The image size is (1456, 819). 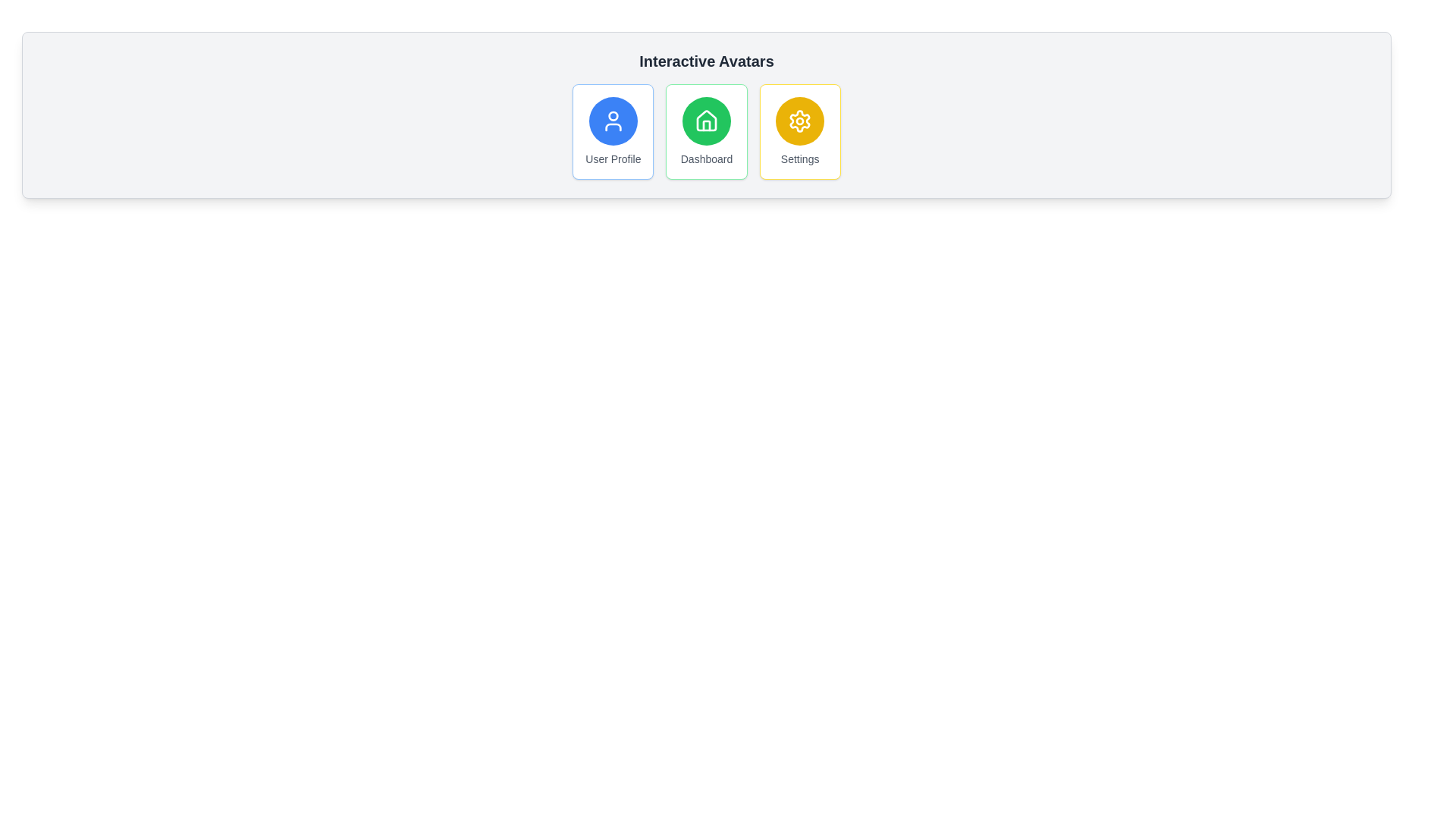 I want to click on the green house icon representing the Dashboard for visual feedback, so click(x=705, y=120).